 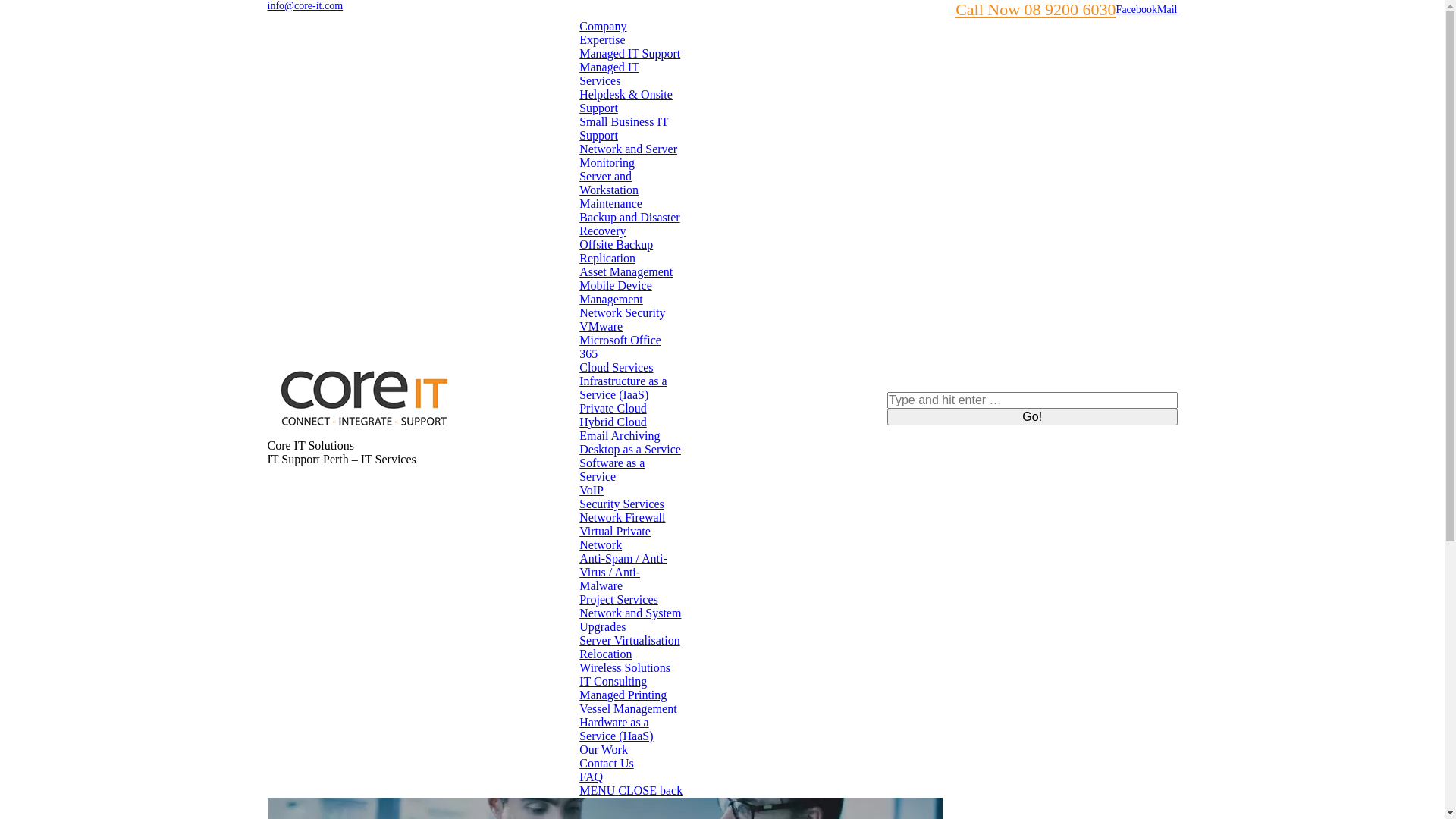 I want to click on 'Expertise', so click(x=578, y=39).